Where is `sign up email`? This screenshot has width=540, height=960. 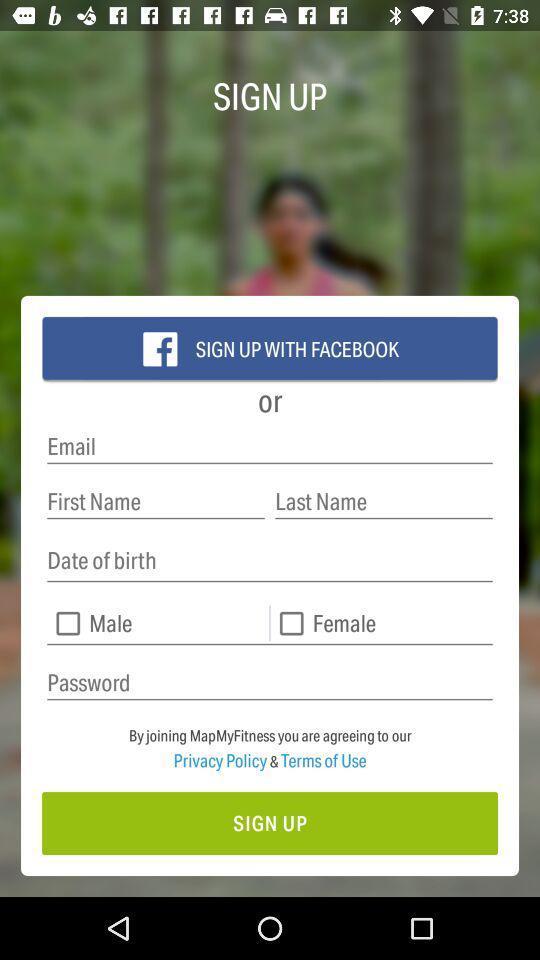 sign up email is located at coordinates (270, 446).